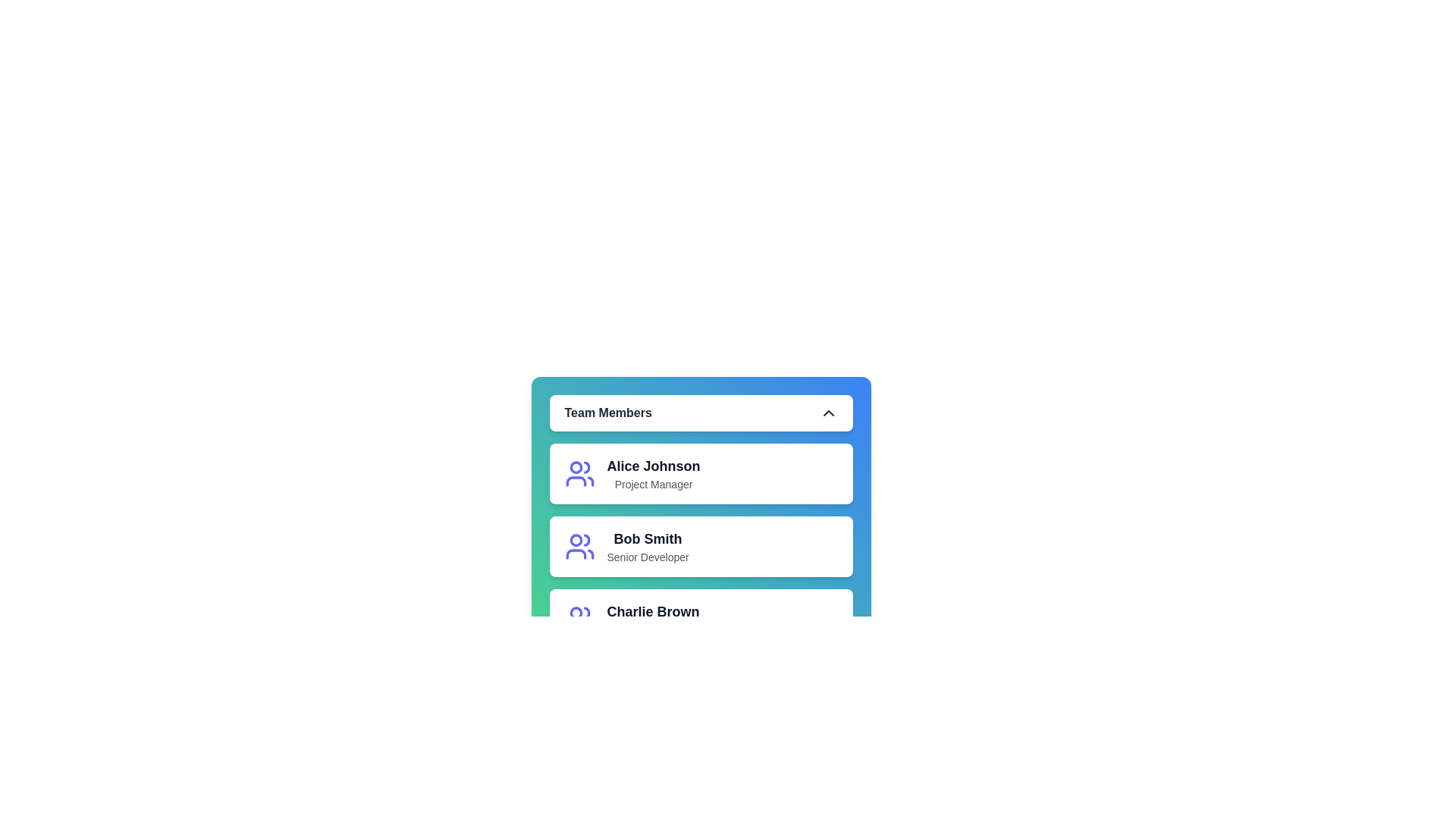 This screenshot has width=1456, height=819. I want to click on the team member card for Charlie Brown, so click(607, 620).